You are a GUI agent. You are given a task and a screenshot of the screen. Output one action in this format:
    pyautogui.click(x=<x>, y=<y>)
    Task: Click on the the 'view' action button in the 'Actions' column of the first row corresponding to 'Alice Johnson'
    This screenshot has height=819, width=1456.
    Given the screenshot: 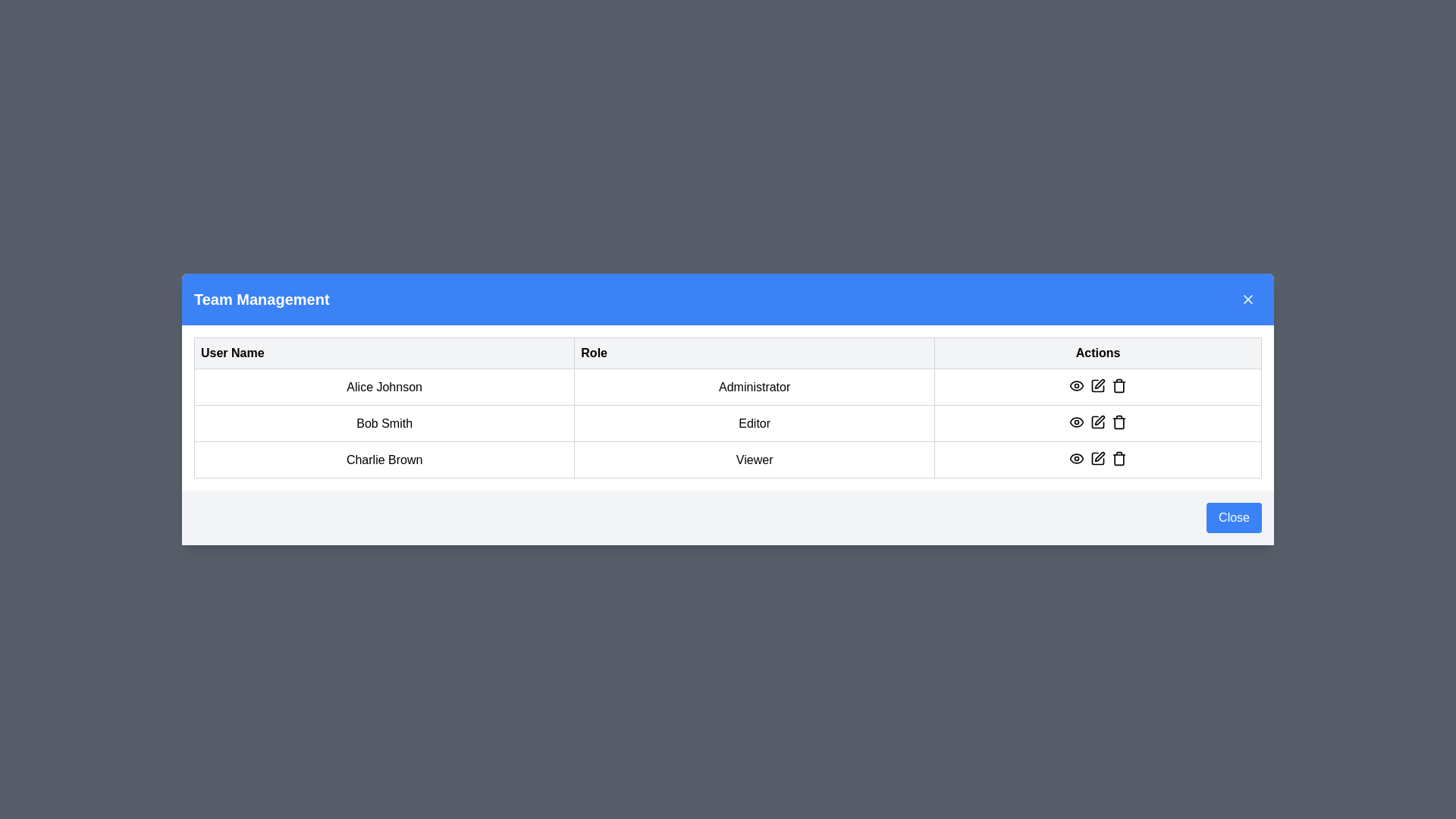 What is the action you would take?
    pyautogui.click(x=1076, y=385)
    